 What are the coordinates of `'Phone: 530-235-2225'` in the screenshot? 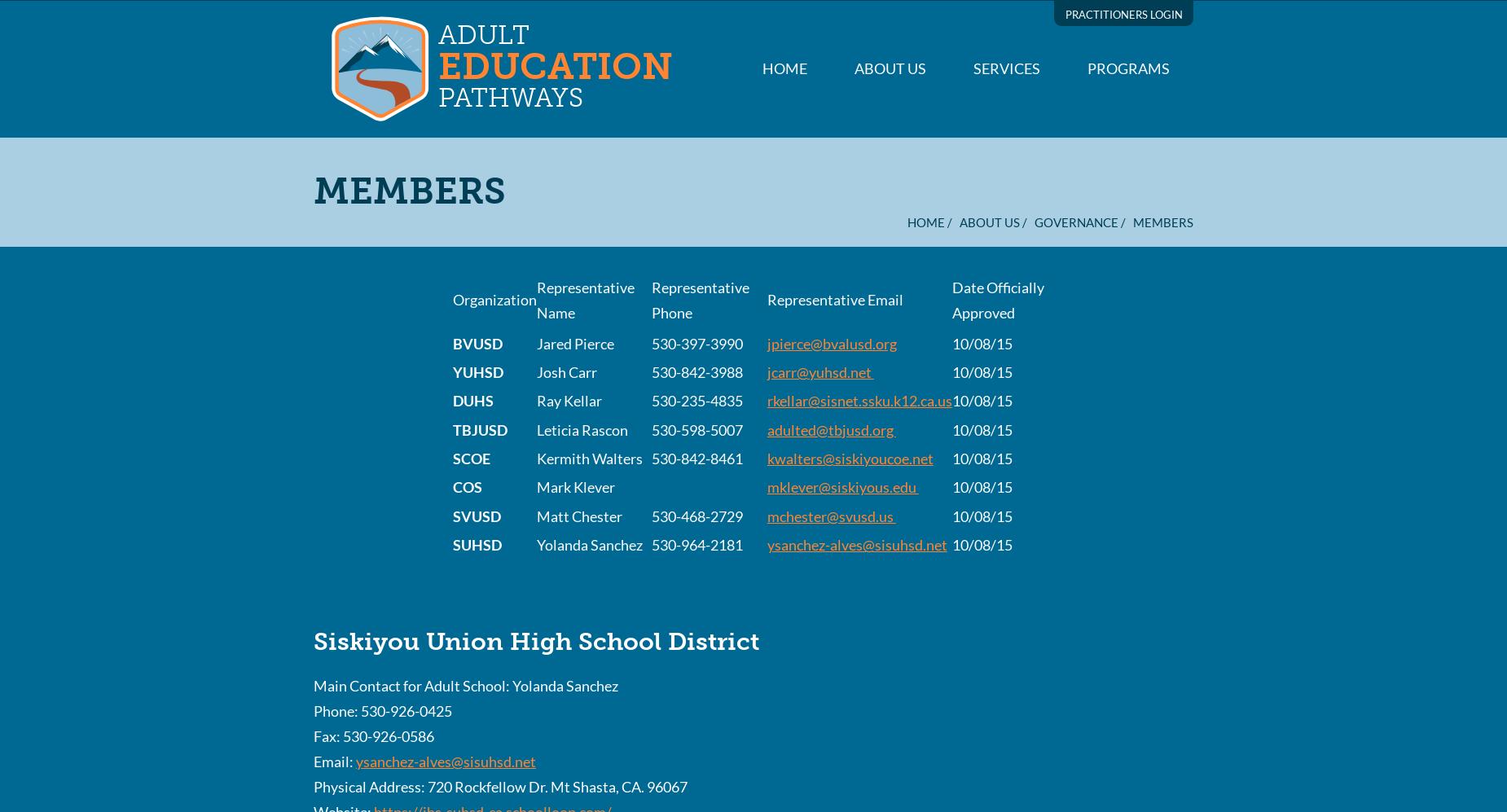 It's located at (383, 257).